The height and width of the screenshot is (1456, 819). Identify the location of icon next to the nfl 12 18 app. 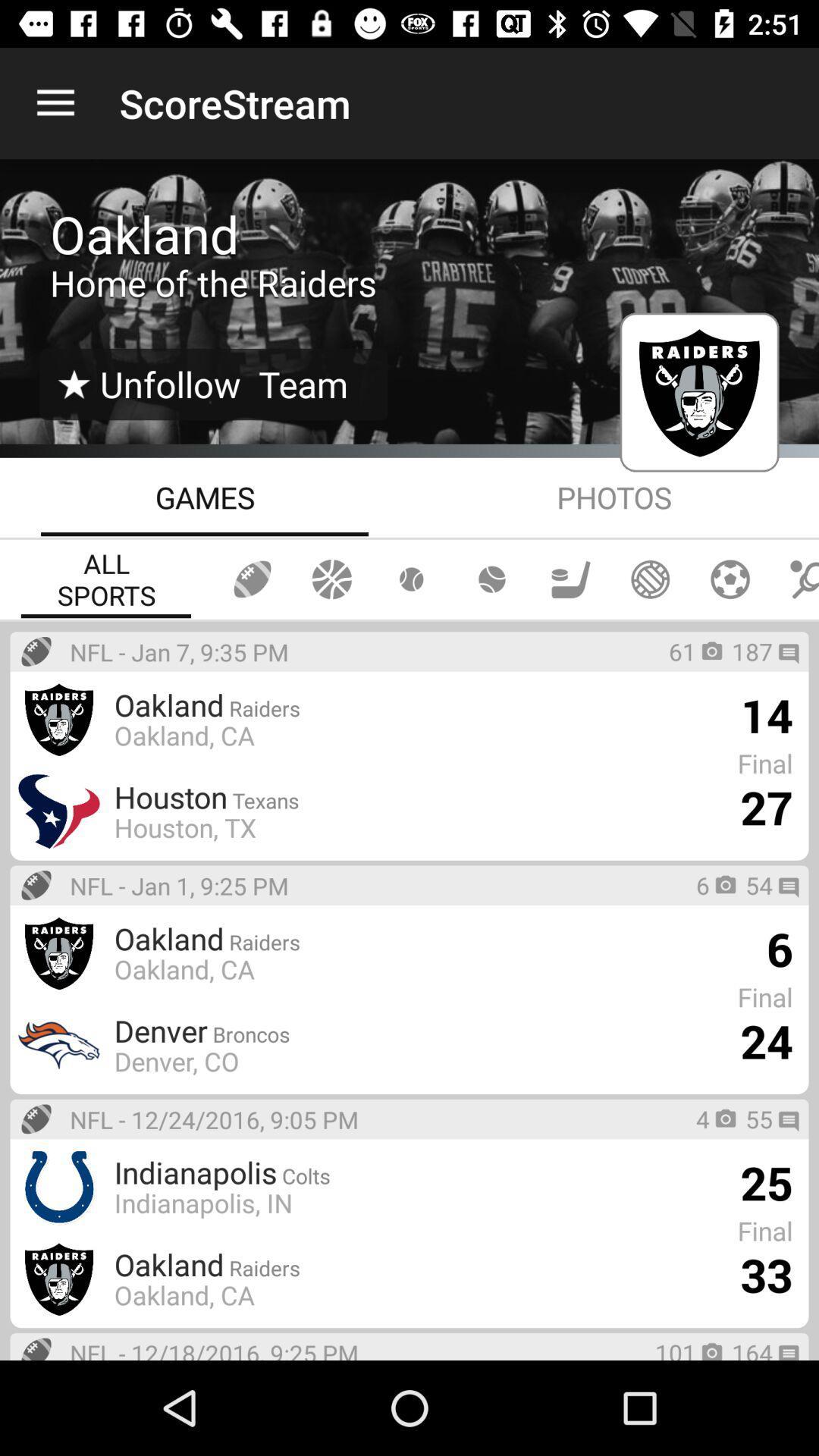
(675, 1348).